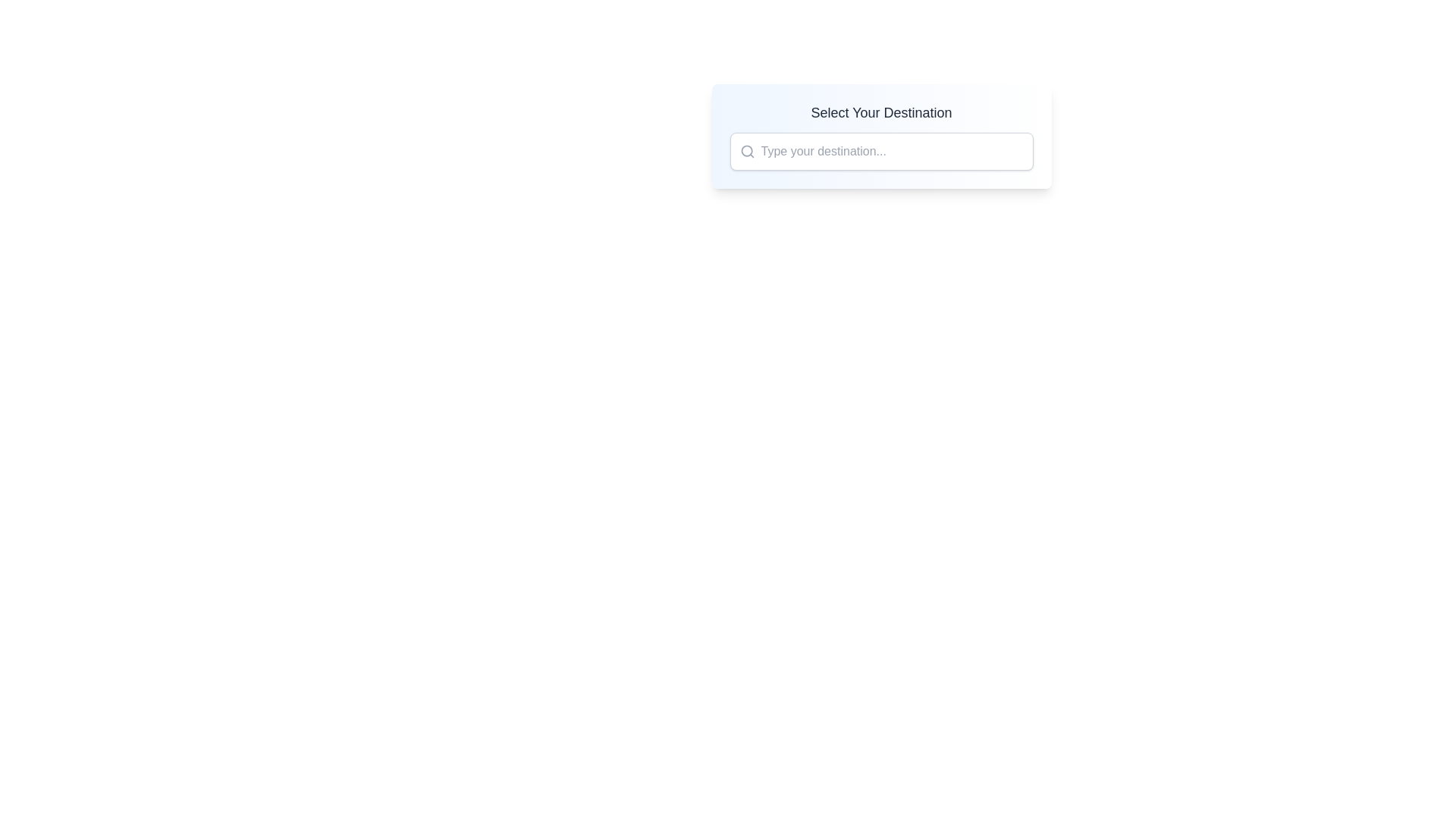  Describe the element at coordinates (746, 151) in the screenshot. I see `the circular search icon, which is styled in gray and located to the left of the text input field in the search bar` at that location.